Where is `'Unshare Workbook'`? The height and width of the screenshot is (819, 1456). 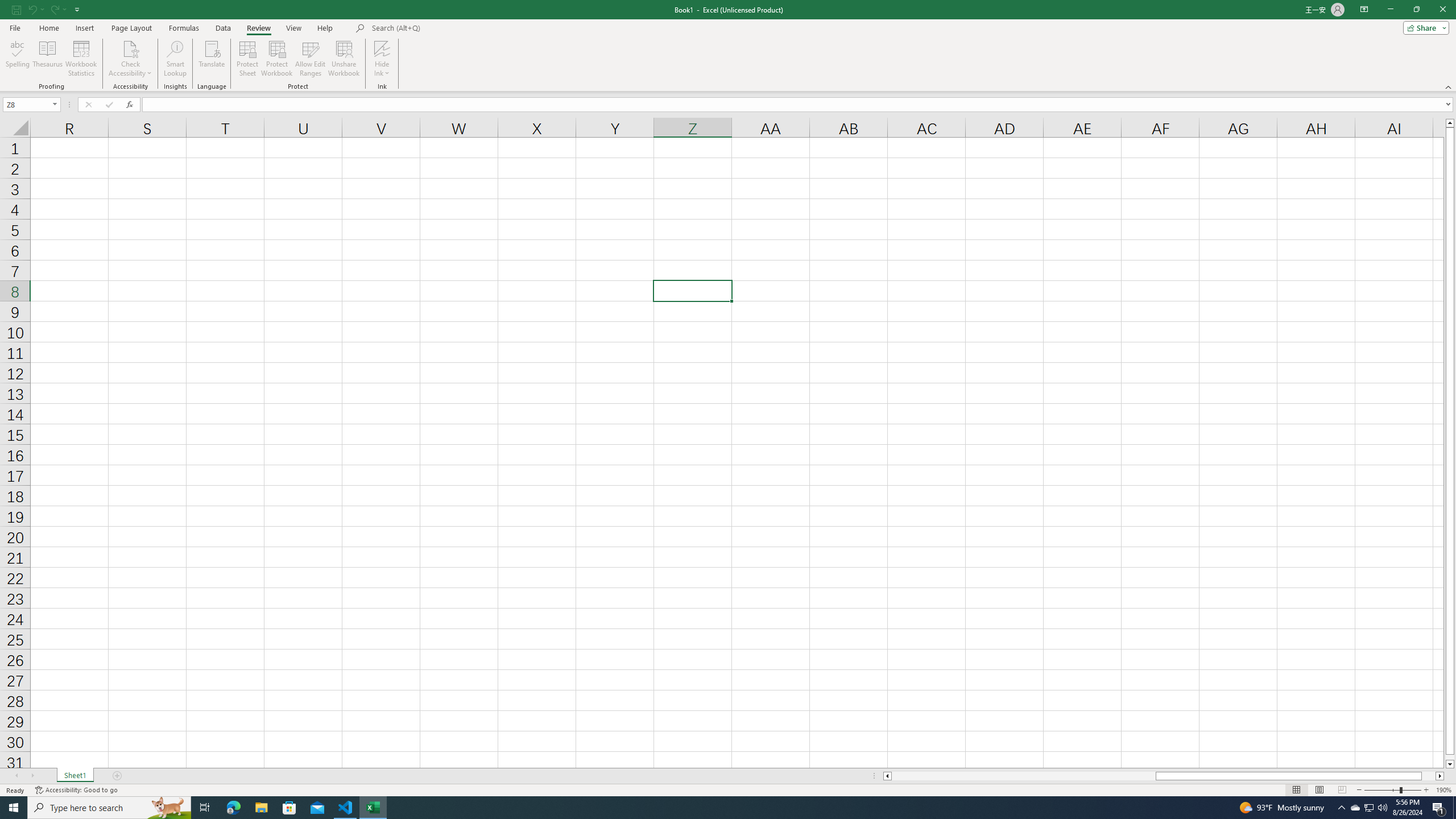
'Unshare Workbook' is located at coordinates (344, 59).